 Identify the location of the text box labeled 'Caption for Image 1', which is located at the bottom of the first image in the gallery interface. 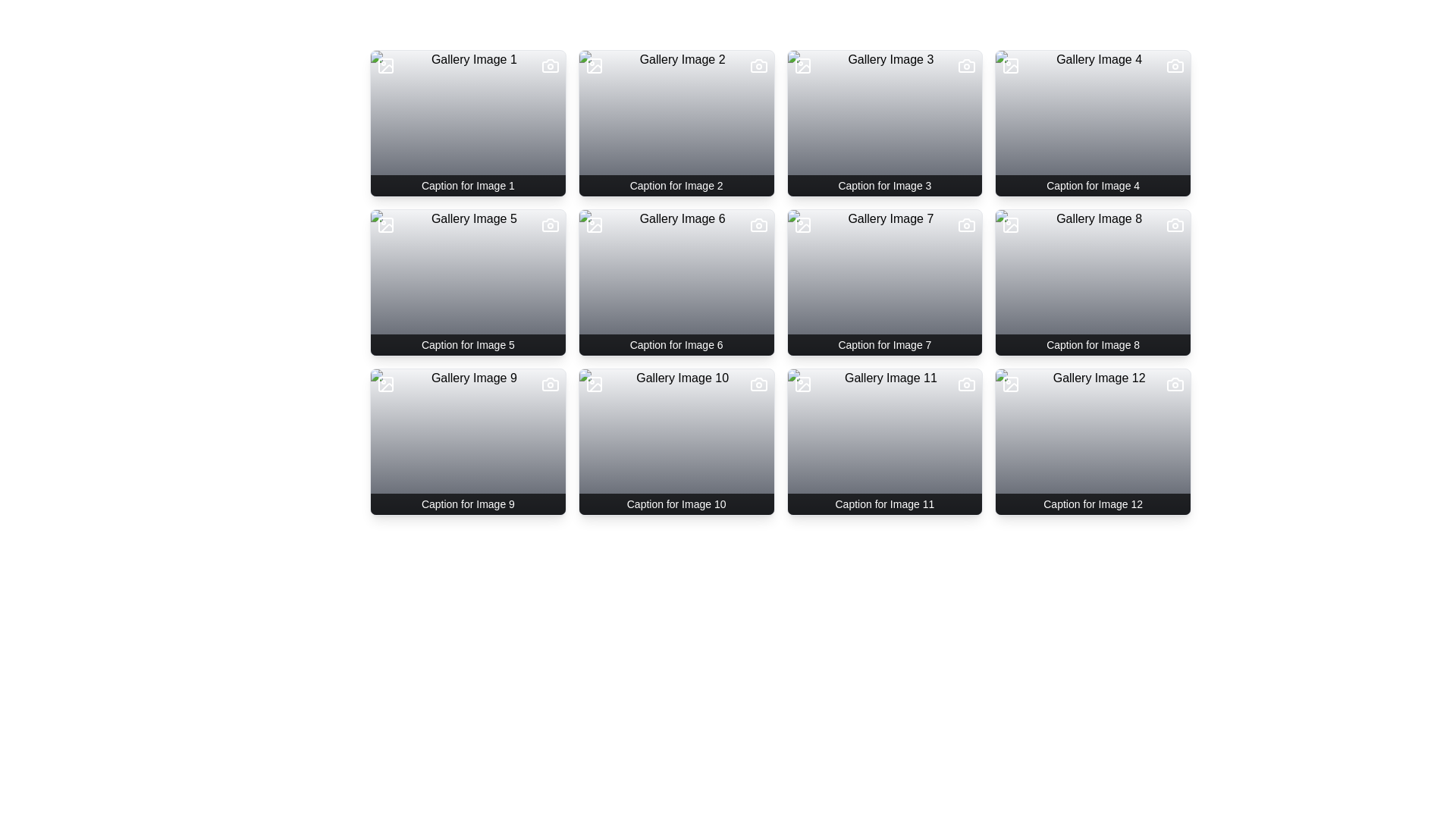
(467, 185).